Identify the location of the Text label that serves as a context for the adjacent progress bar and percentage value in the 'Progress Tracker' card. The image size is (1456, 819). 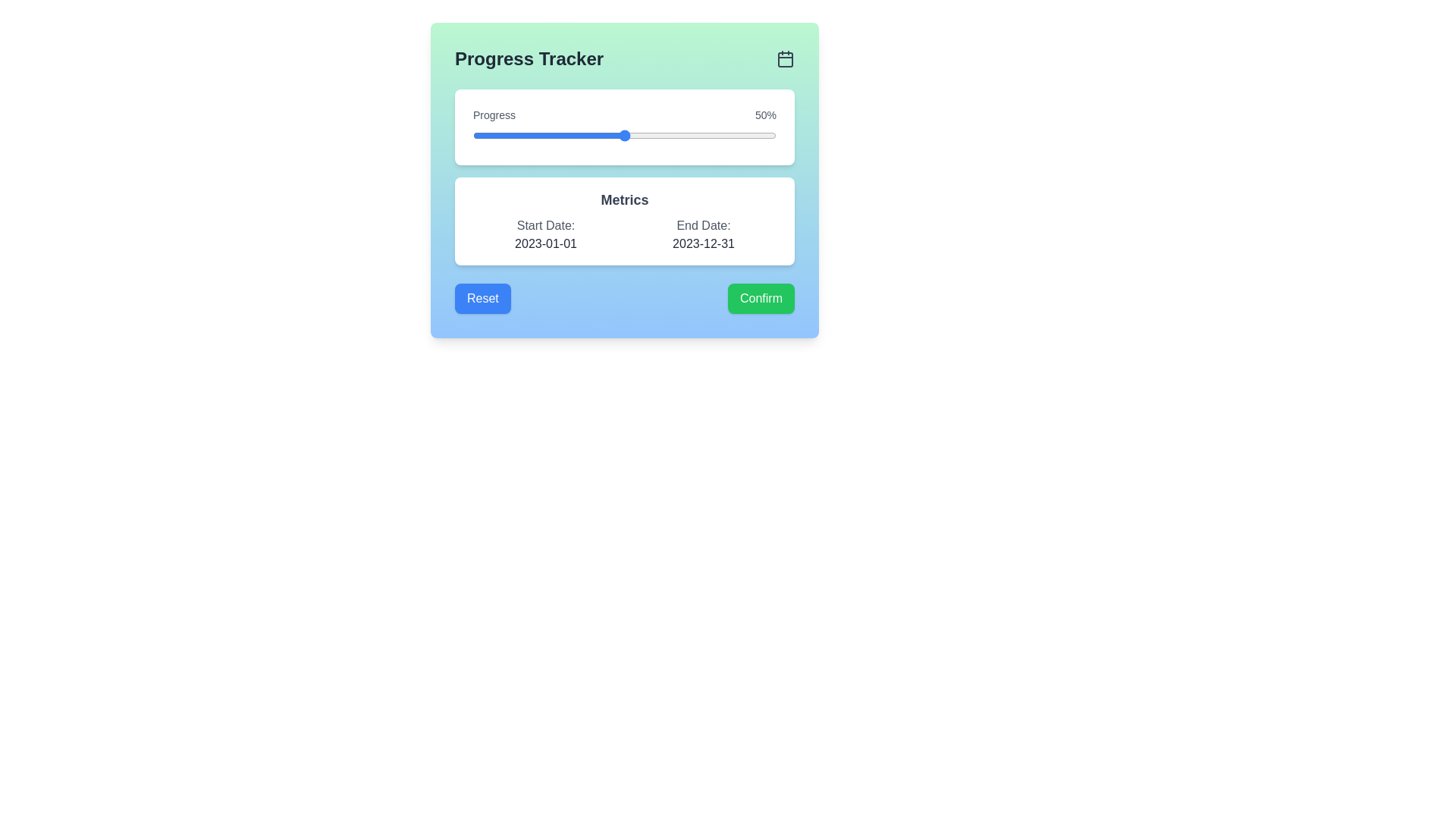
(494, 114).